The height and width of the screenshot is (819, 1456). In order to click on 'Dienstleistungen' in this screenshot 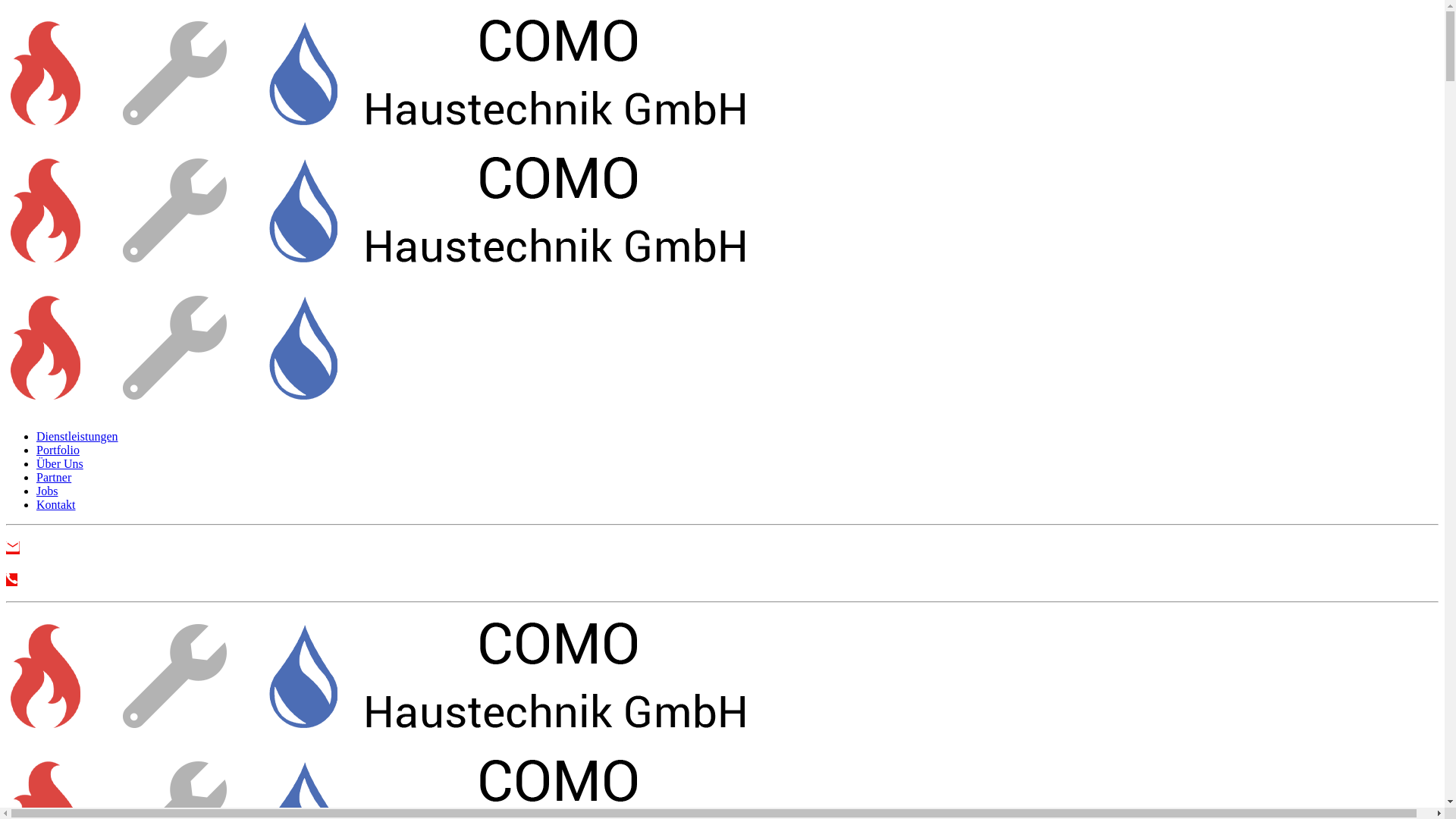, I will do `click(76, 436)`.